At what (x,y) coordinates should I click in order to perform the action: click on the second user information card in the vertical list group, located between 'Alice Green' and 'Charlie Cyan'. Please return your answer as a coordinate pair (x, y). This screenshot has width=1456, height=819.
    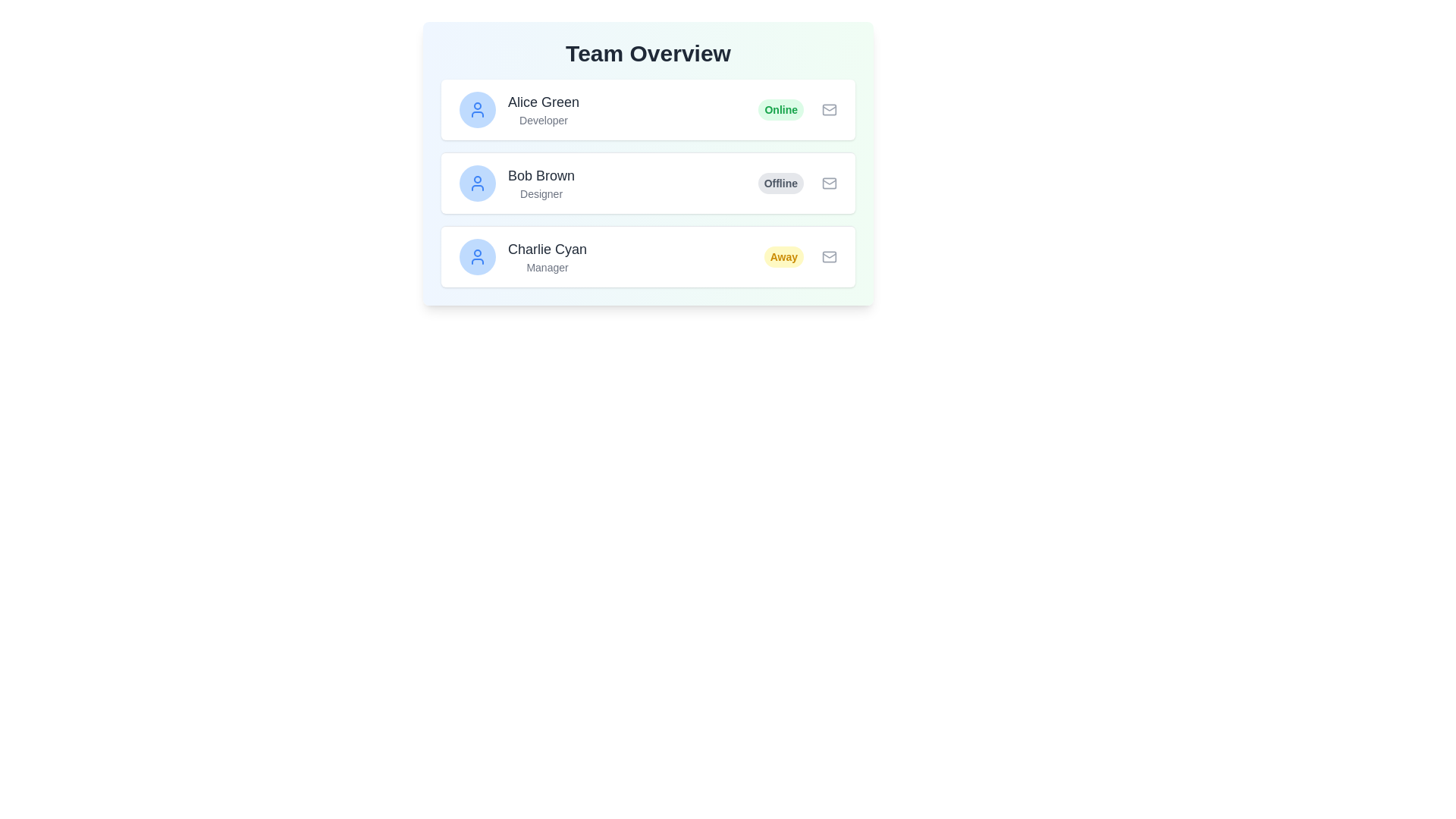
    Looking at the image, I should click on (648, 183).